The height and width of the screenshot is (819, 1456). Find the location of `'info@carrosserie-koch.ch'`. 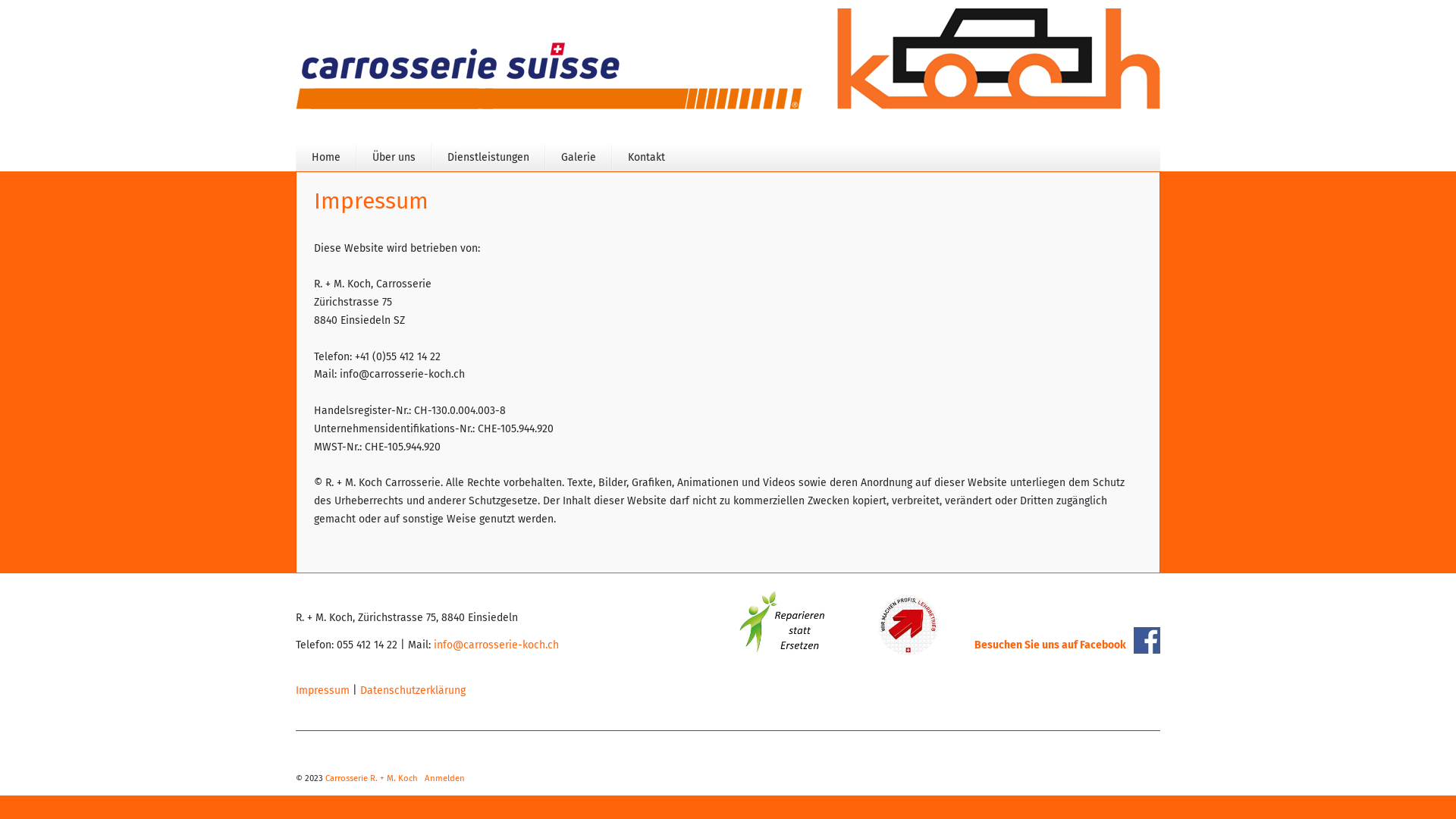

'info@carrosserie-koch.ch' is located at coordinates (496, 645).